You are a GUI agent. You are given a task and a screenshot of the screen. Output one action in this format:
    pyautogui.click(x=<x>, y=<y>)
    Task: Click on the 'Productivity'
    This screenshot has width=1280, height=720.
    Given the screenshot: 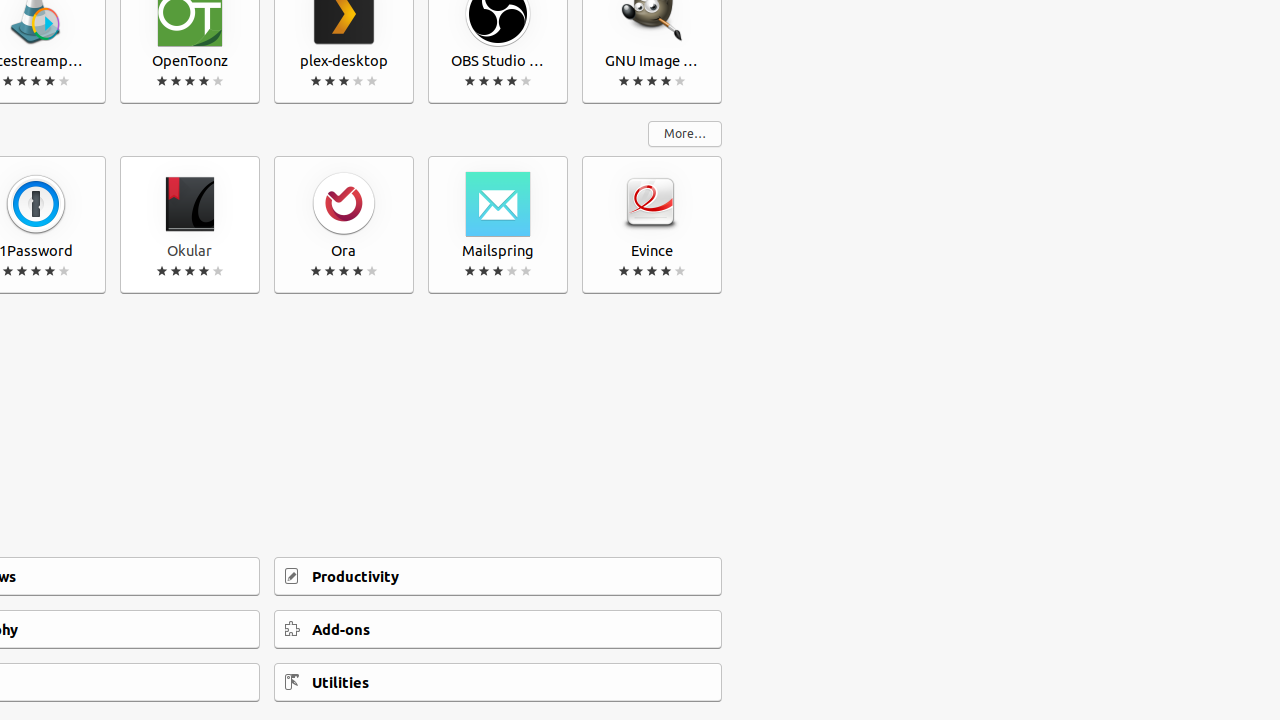 What is the action you would take?
    pyautogui.click(x=498, y=576)
    